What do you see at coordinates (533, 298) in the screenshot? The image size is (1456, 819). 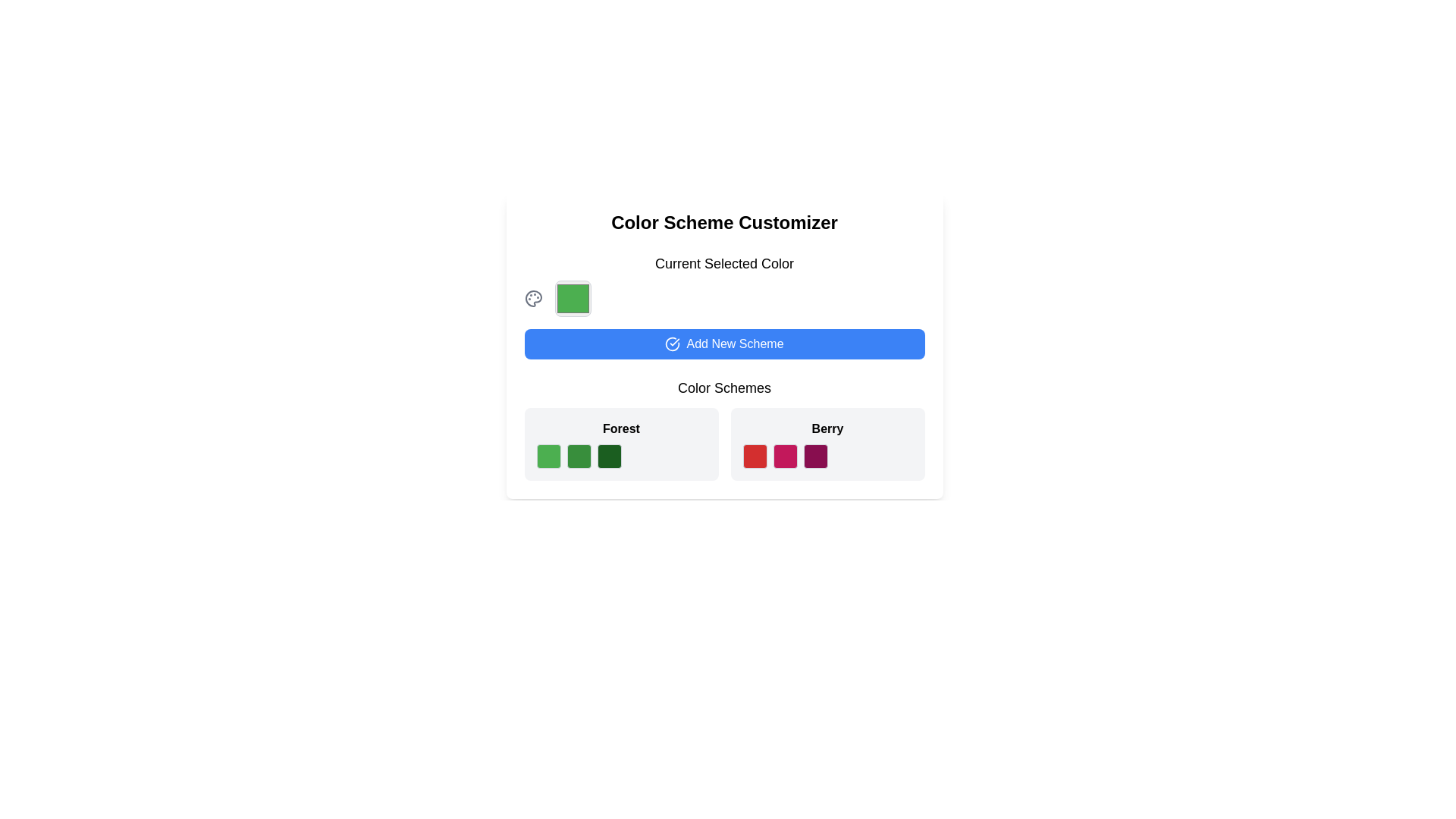 I see `the gray palette icon with colored dots located to the left of the green square in the color scheme customizer interface` at bounding box center [533, 298].